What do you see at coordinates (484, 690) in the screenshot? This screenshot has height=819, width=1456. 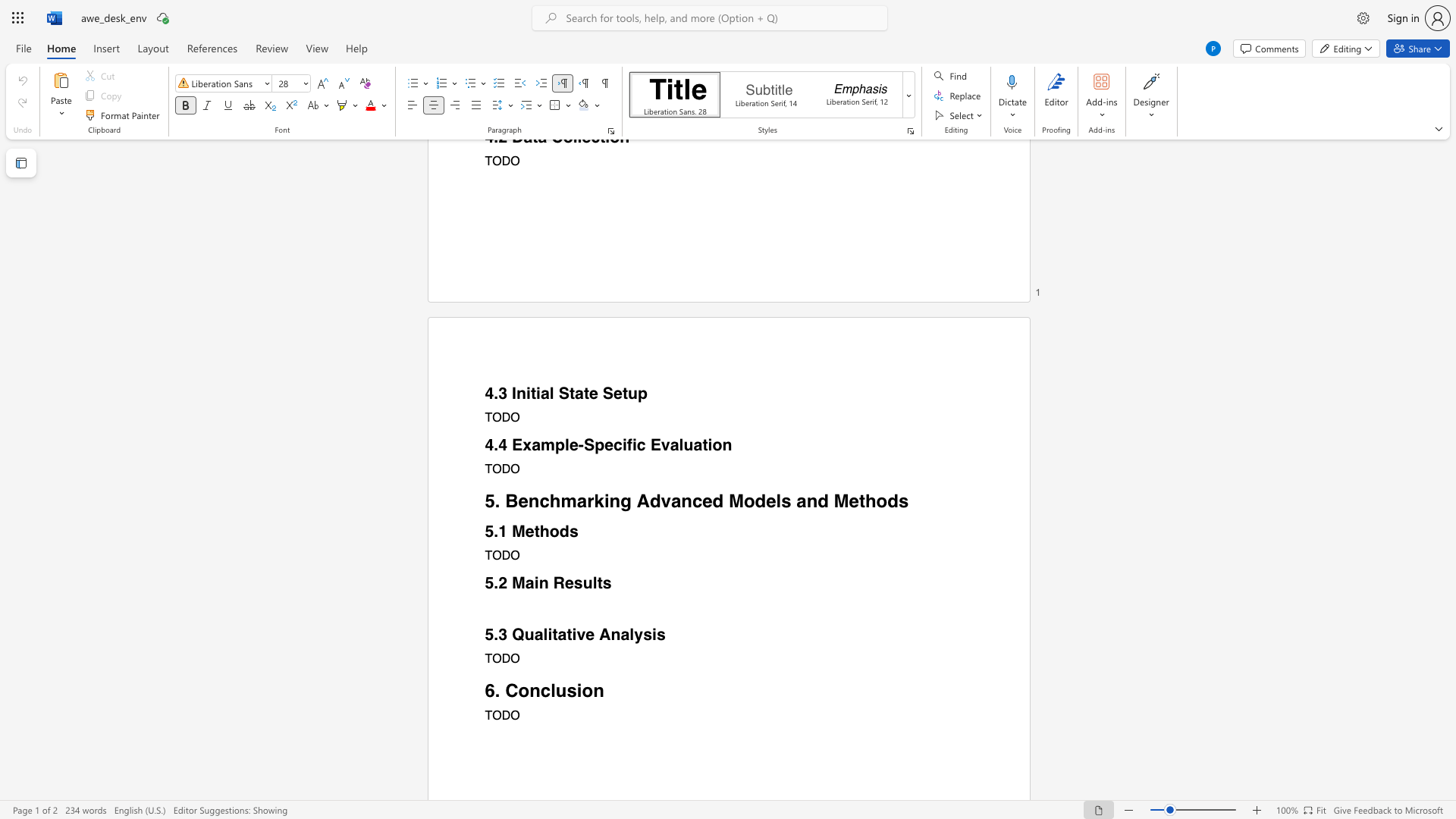 I see `the subset text "6. Conclus" within the text "6. Conclusion"` at bounding box center [484, 690].